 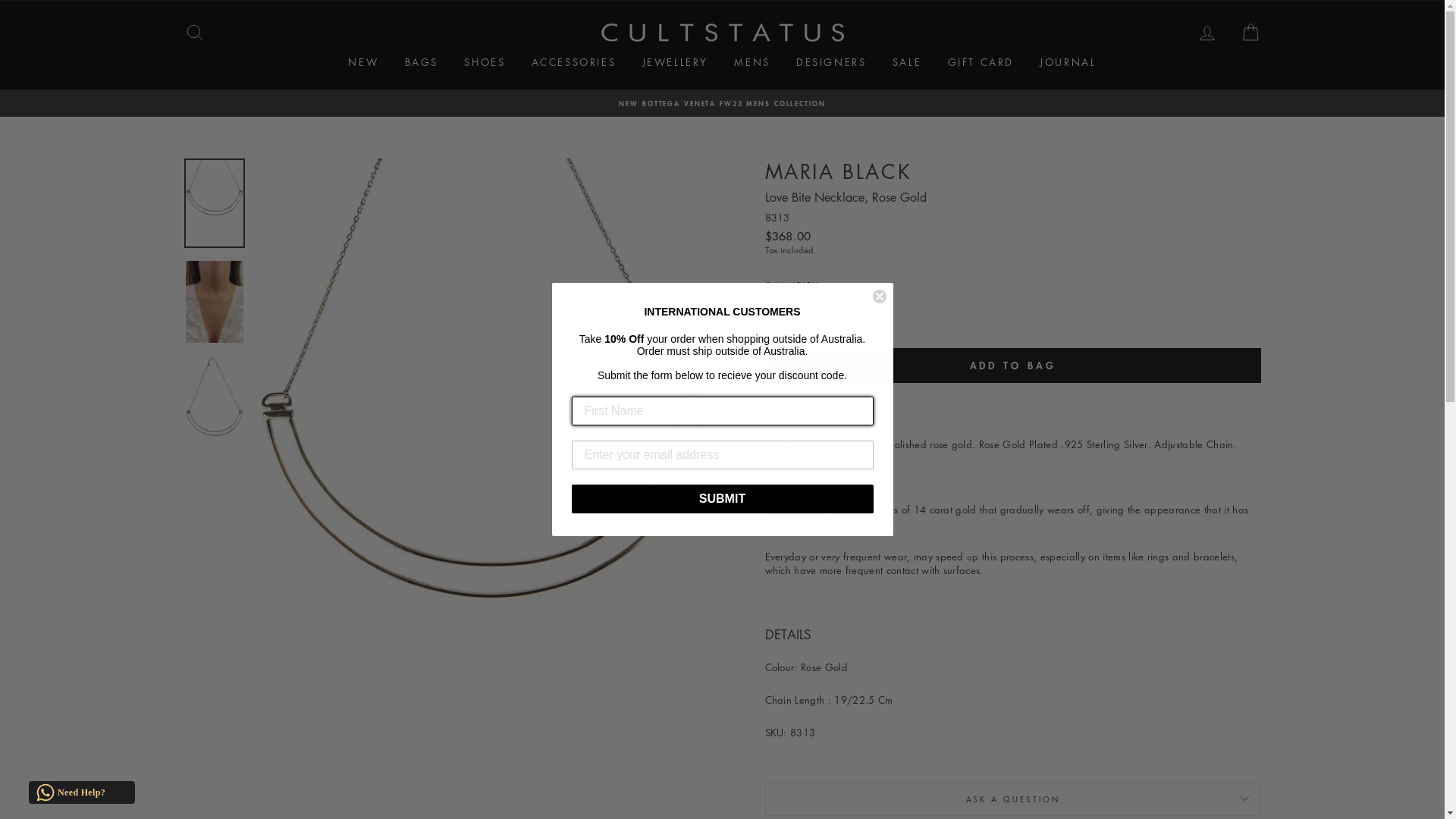 What do you see at coordinates (1207, 33) in the screenshot?
I see `'LOG IN'` at bounding box center [1207, 33].